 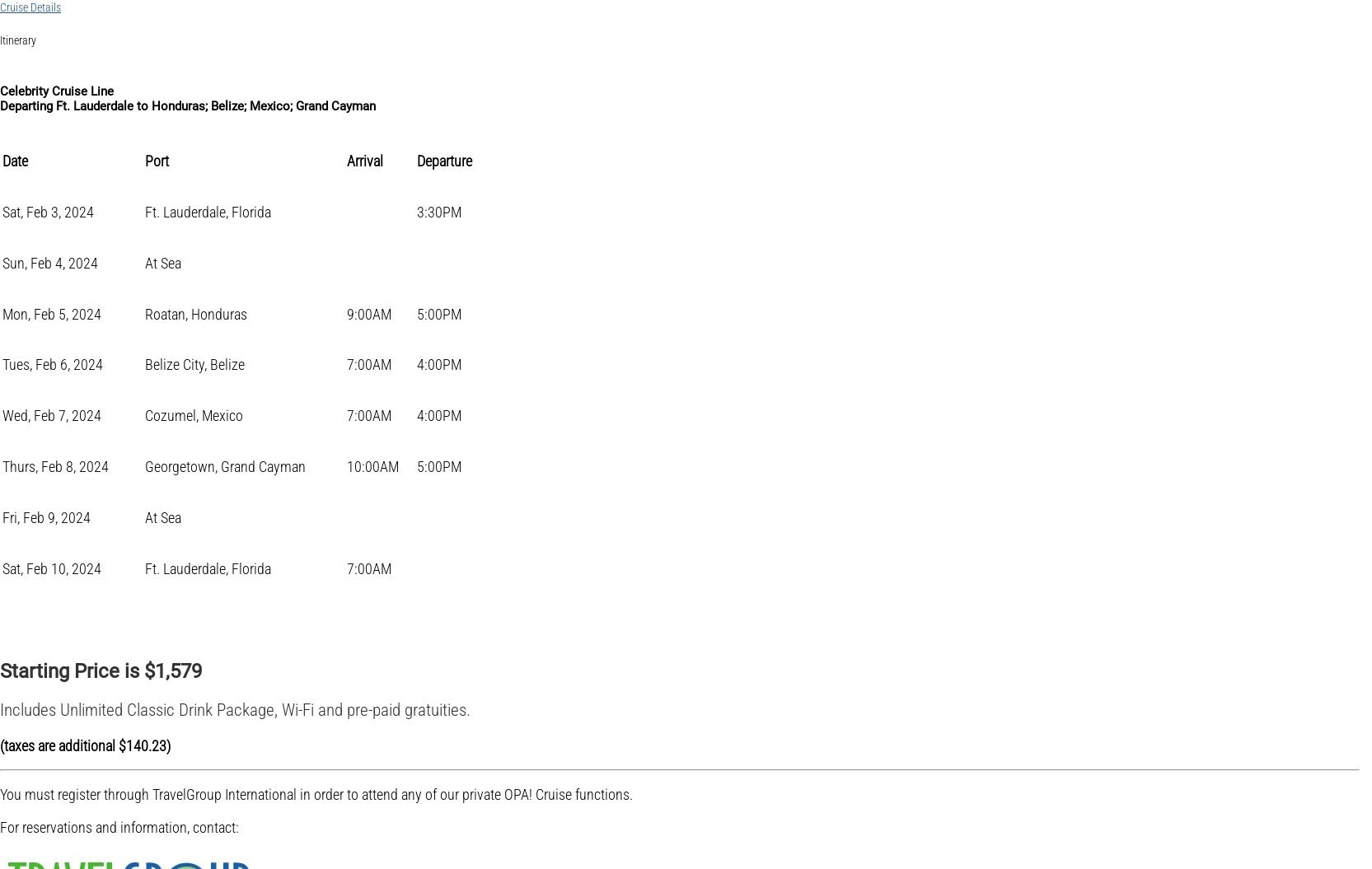 I want to click on 'Cozumel, Mexico', so click(x=194, y=415).